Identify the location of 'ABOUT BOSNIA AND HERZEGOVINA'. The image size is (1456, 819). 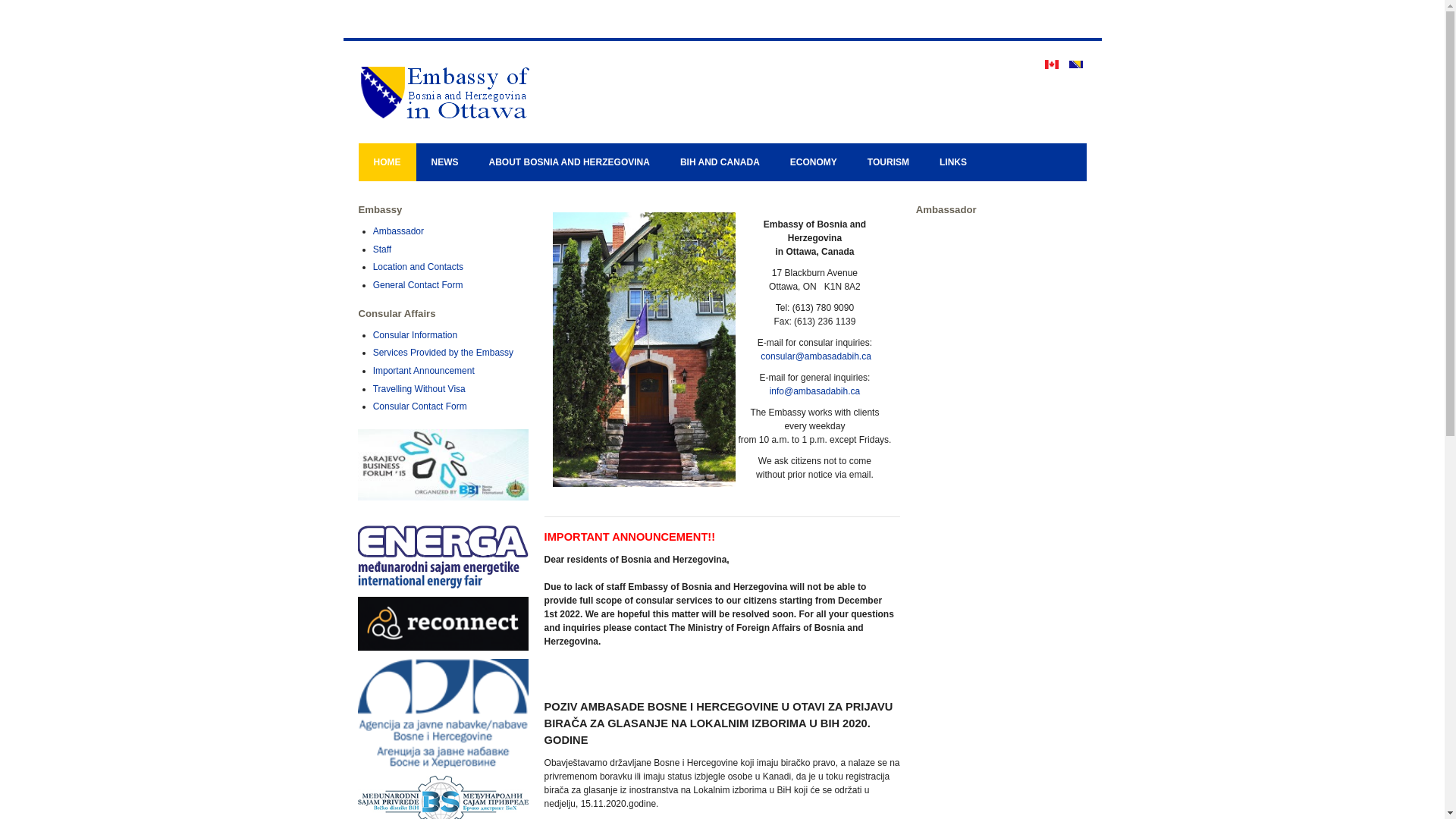
(567, 162).